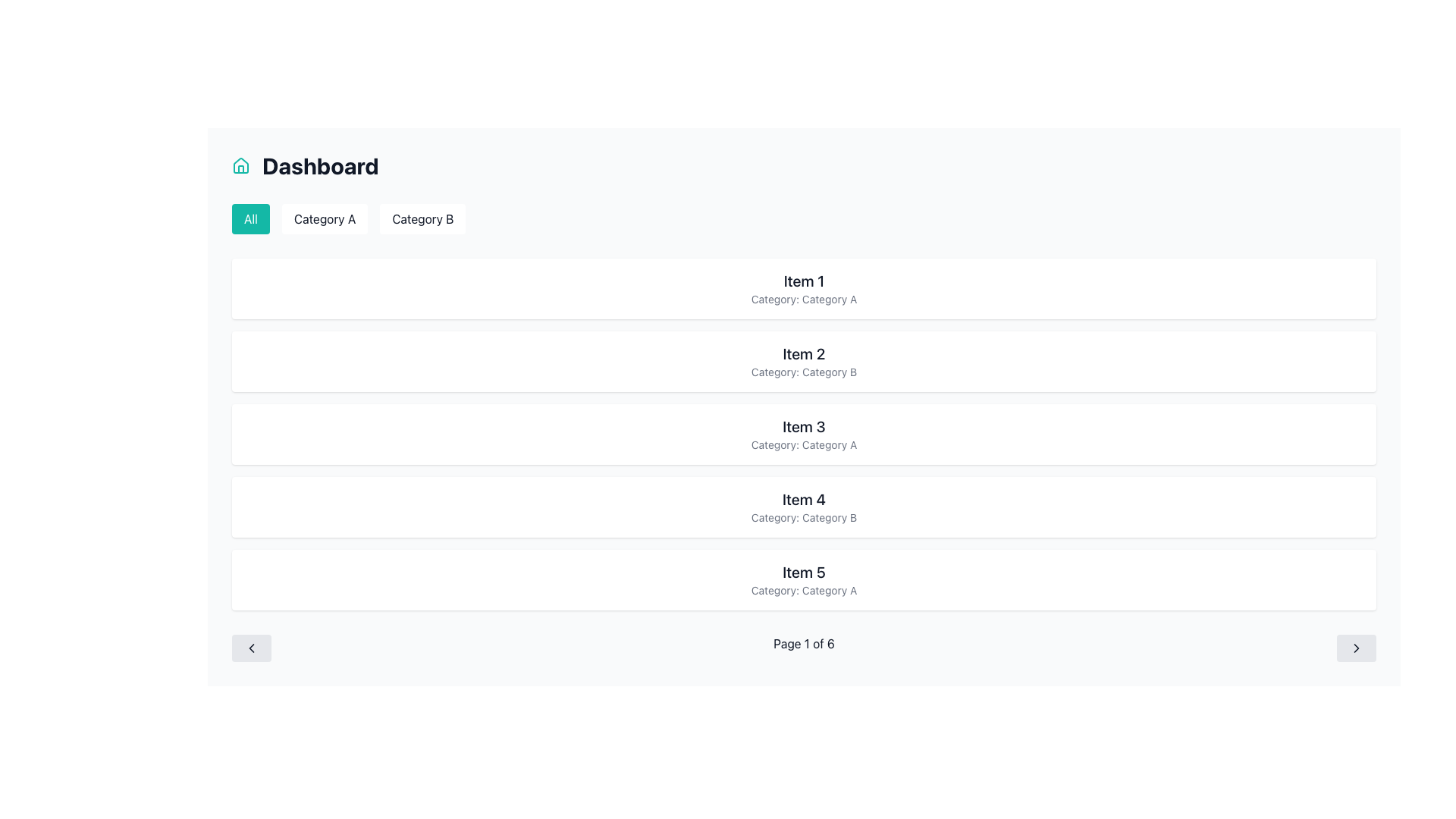 Image resolution: width=1456 pixels, height=819 pixels. I want to click on the small leftward-pointing chevron icon styled with SVG paths, located in the bottom-left corner of the interface, so click(251, 648).